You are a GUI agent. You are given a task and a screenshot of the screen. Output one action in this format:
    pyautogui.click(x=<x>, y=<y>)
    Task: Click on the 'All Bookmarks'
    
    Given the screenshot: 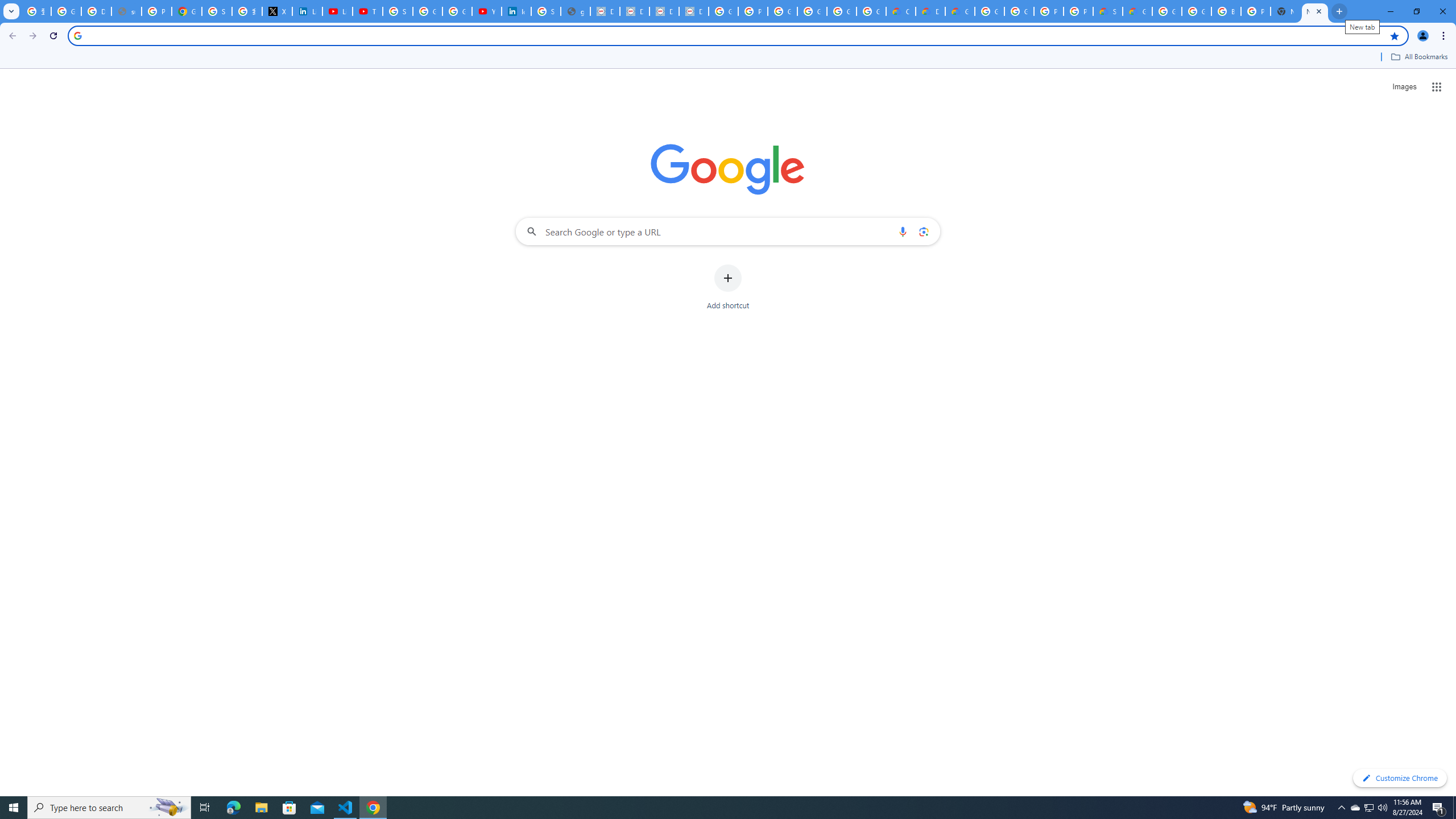 What is the action you would take?
    pyautogui.click(x=1418, y=56)
    